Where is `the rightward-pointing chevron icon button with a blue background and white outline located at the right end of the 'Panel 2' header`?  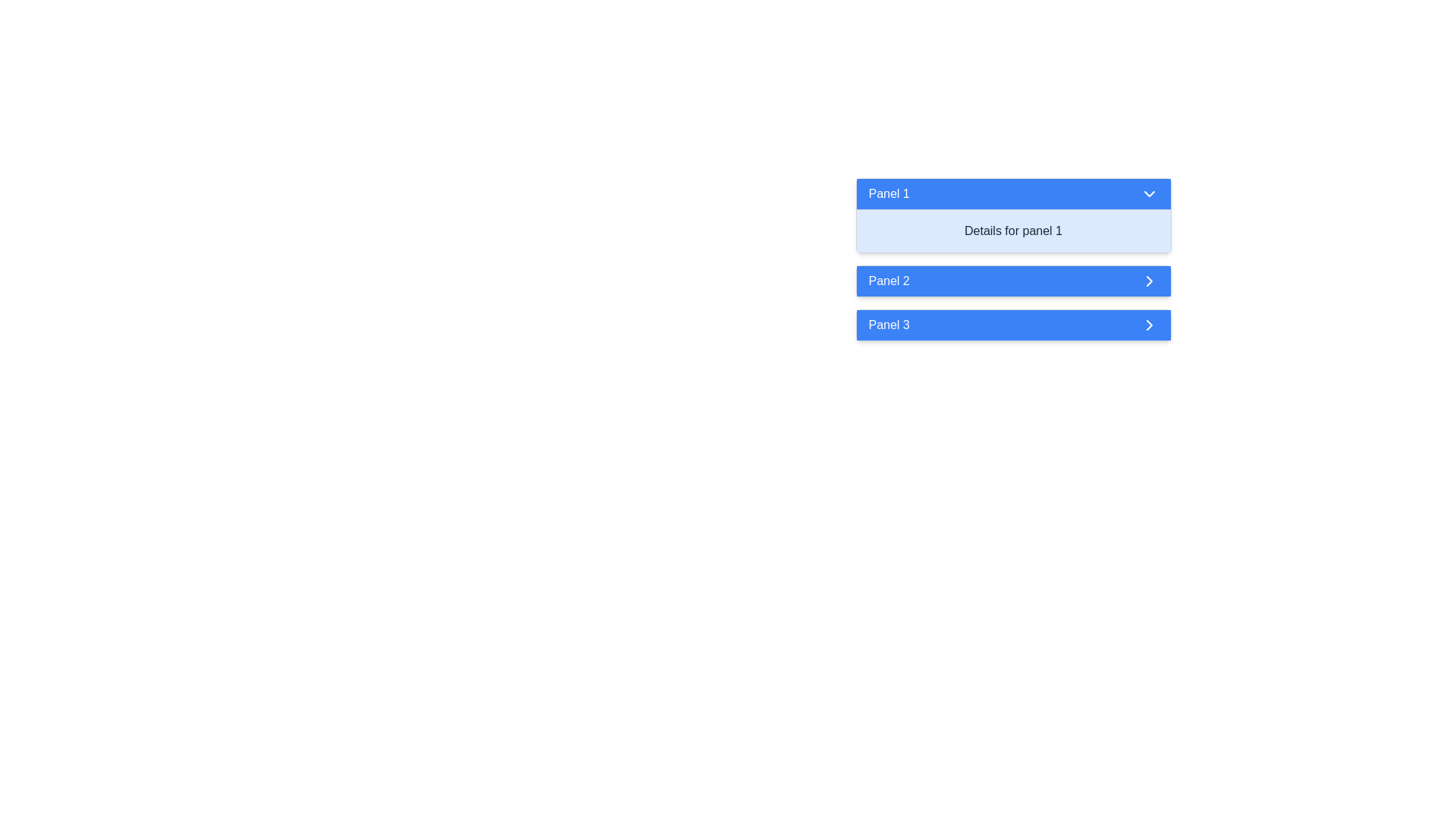
the rightward-pointing chevron icon button with a blue background and white outline located at the right end of the 'Panel 2' header is located at coordinates (1149, 281).